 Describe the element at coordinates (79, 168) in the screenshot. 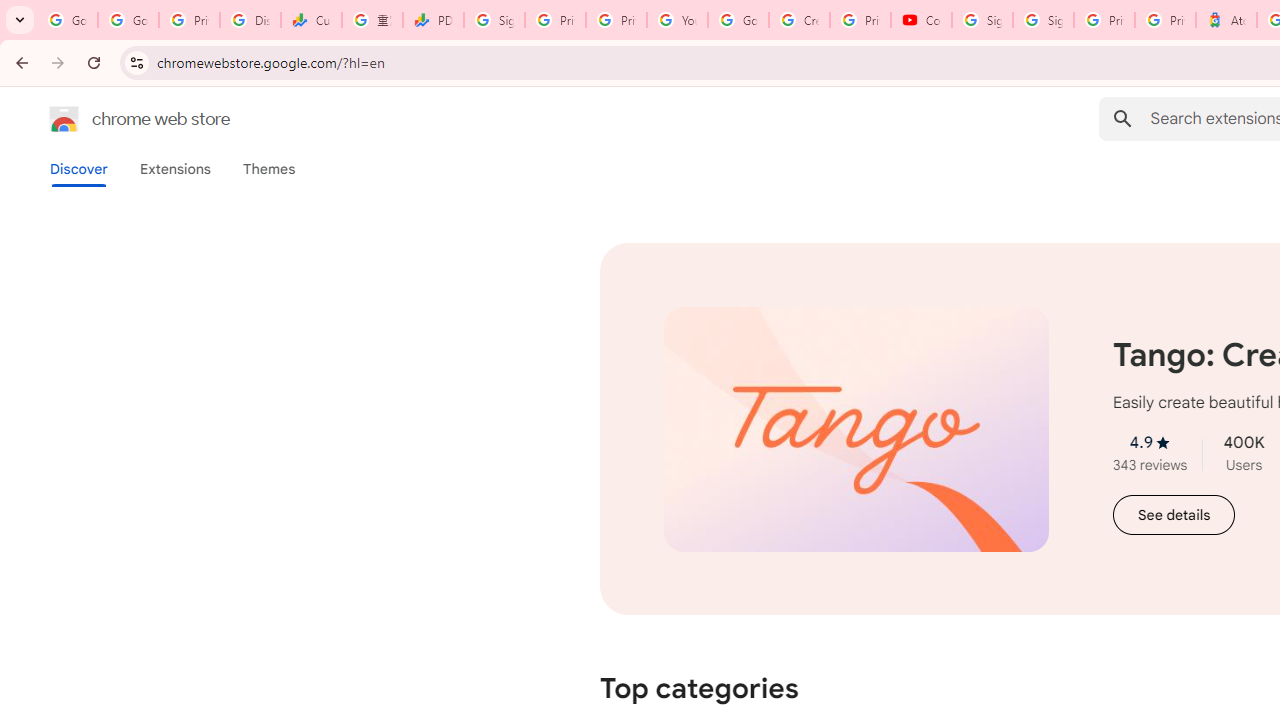

I see `'Discover'` at that location.